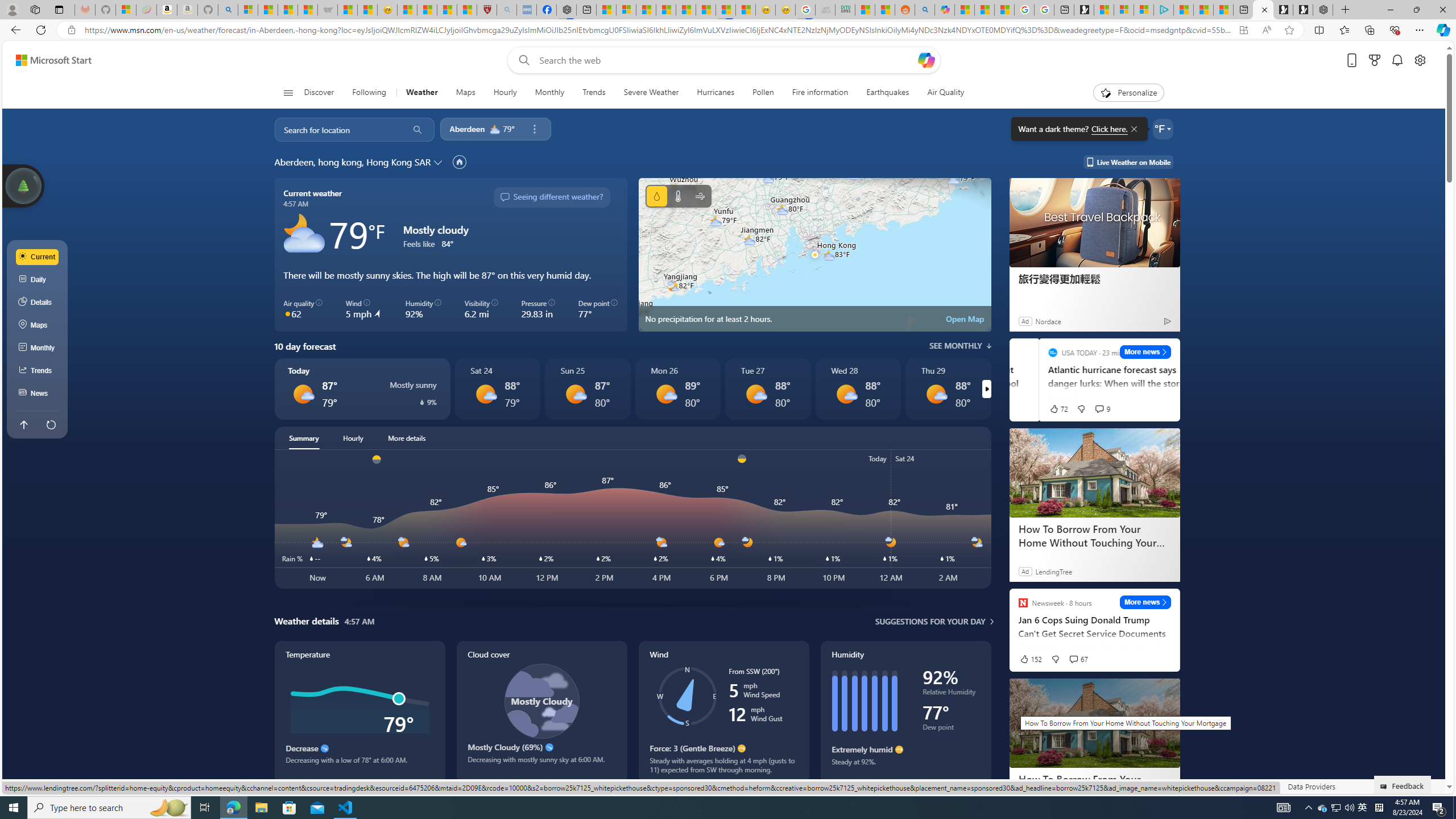 The height and width of the screenshot is (819, 1456). I want to click on 'Class: cloudCoverSvg-DS-ps0R9q', so click(541, 701).